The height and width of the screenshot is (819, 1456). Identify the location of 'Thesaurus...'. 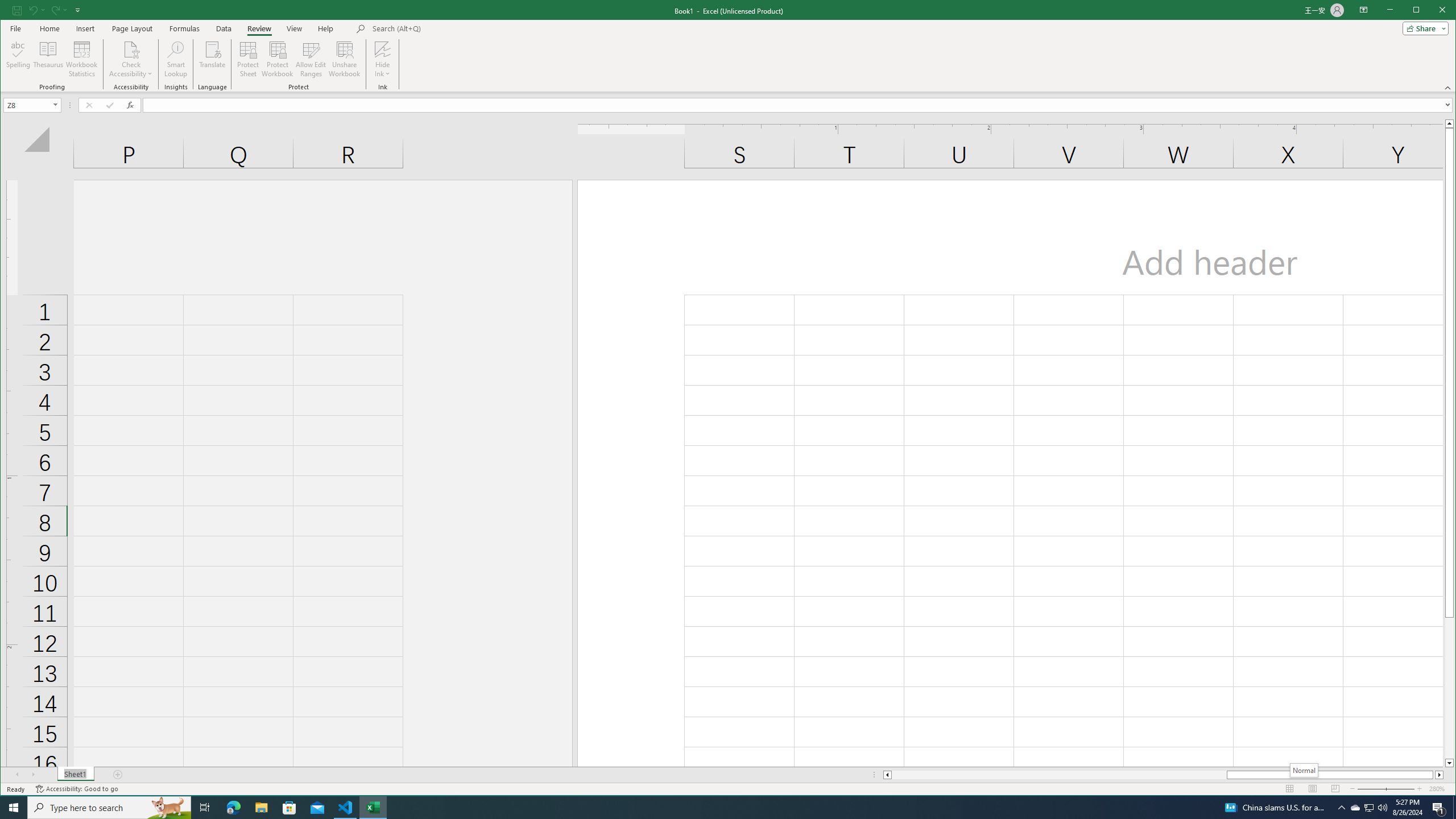
(48, 59).